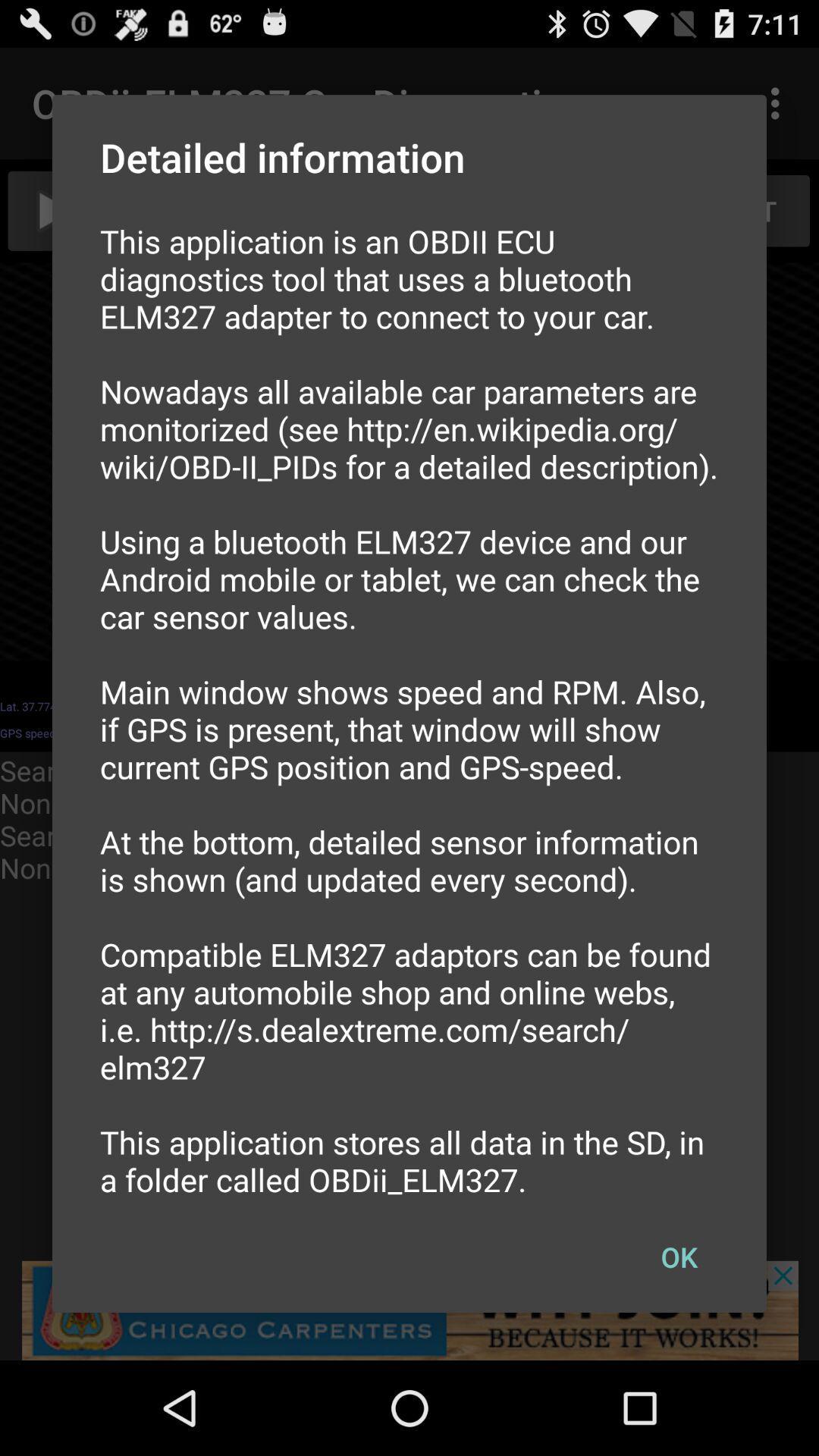 The image size is (819, 1456). Describe the element at coordinates (678, 1257) in the screenshot. I see `the ok` at that location.